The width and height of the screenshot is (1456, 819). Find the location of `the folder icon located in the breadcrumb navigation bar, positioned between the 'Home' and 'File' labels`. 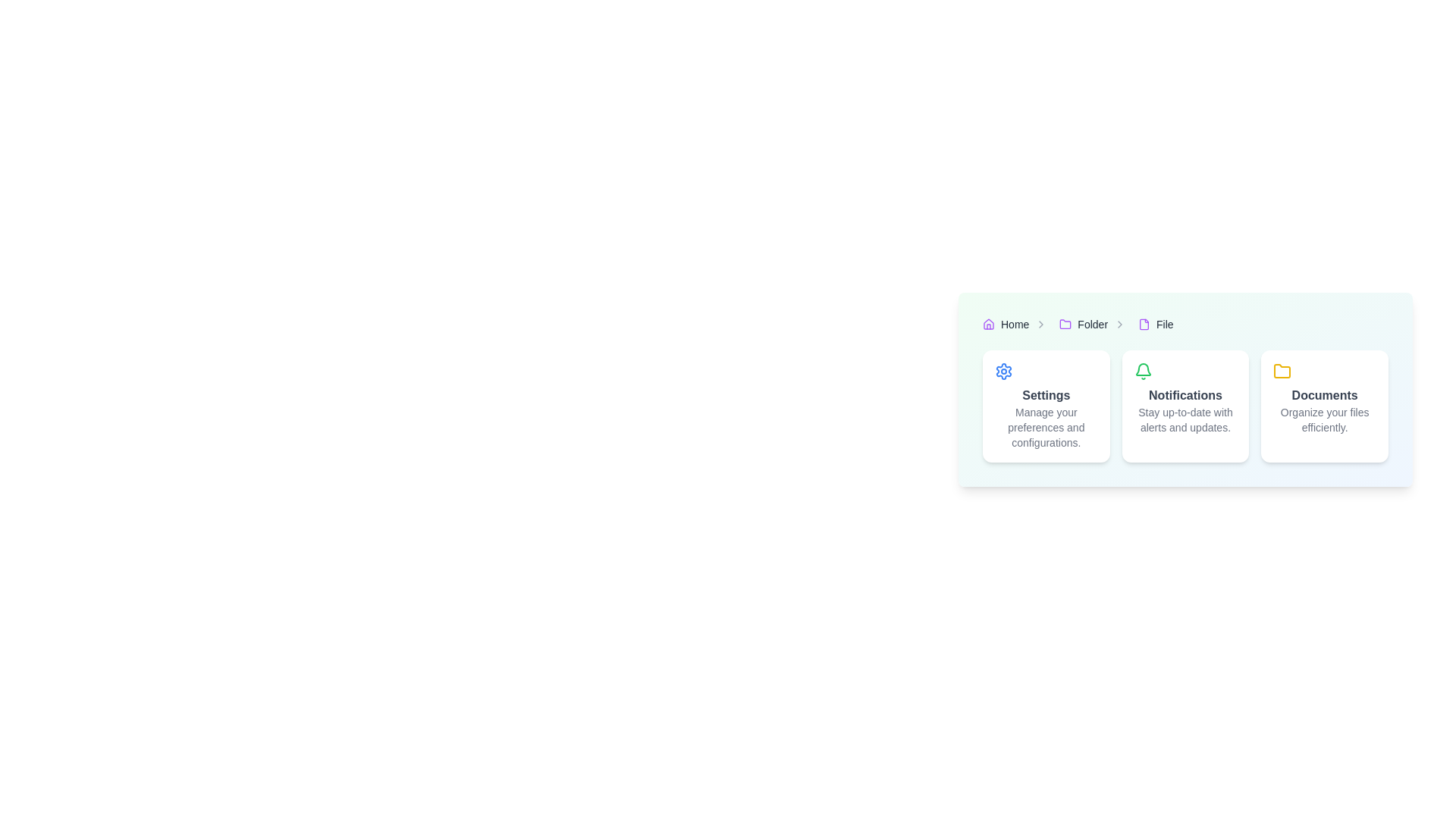

the folder icon located in the breadcrumb navigation bar, positioned between the 'Home' and 'File' labels is located at coordinates (1065, 323).